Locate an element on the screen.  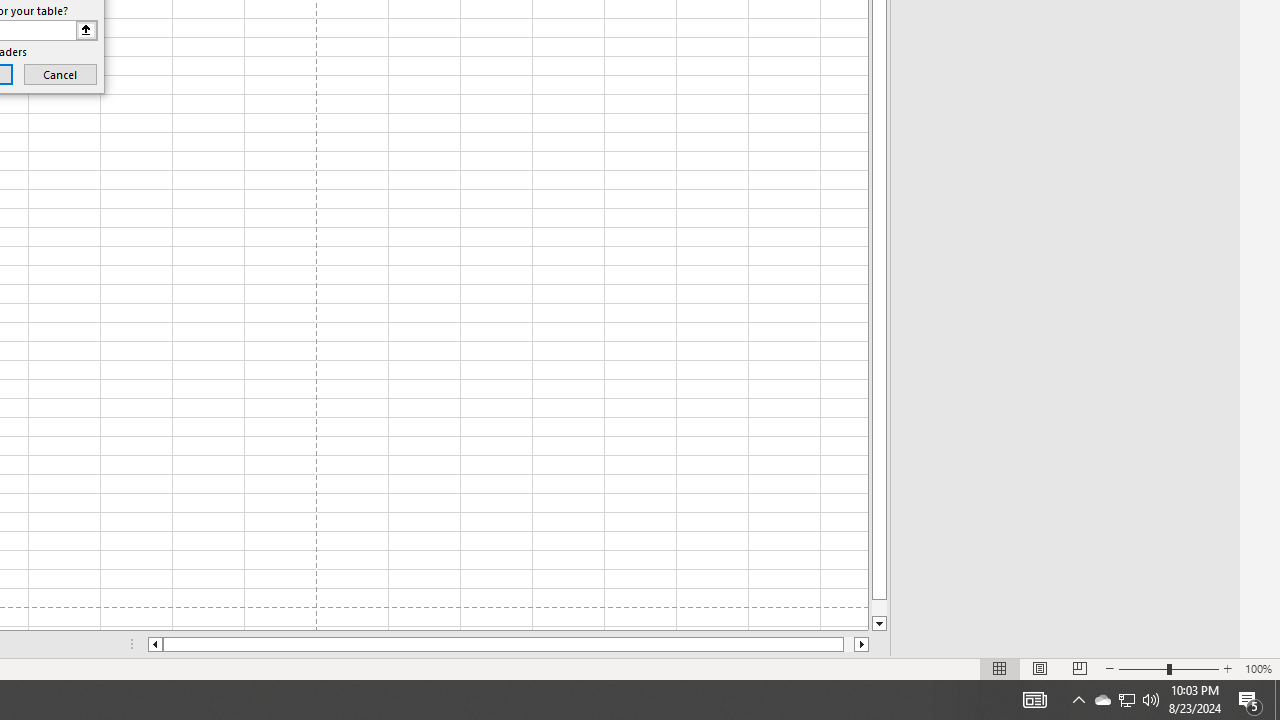
'Line down' is located at coordinates (879, 623).